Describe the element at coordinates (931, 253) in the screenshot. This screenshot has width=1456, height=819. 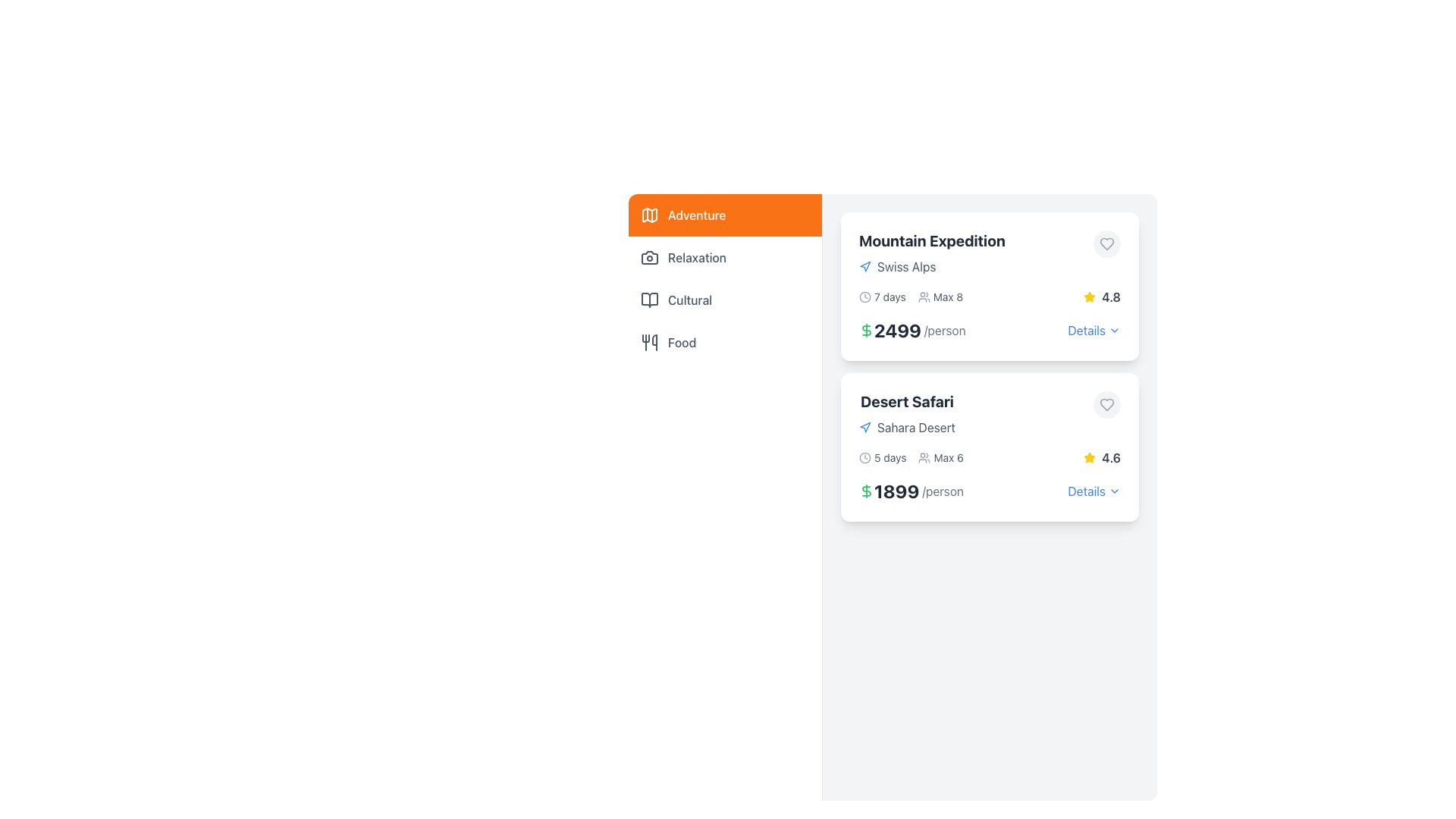
I see `text block titled 'Mountain Expedition' with the subtitle 'Swiss Alps', which is positioned in the top-left region of the card structure containing trip details` at that location.